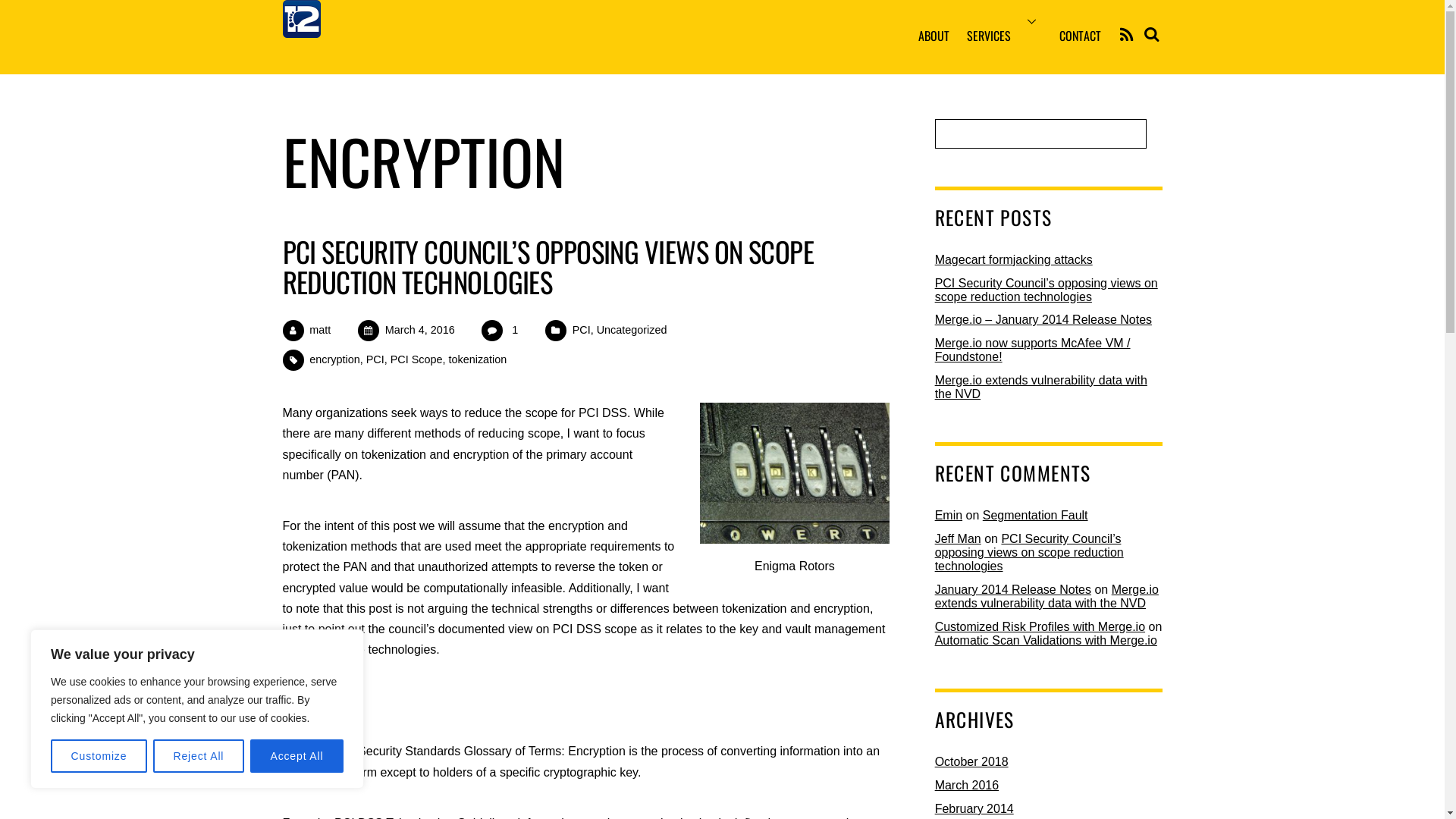 This screenshot has height=819, width=1456. What do you see at coordinates (334, 359) in the screenshot?
I see `'encryption'` at bounding box center [334, 359].